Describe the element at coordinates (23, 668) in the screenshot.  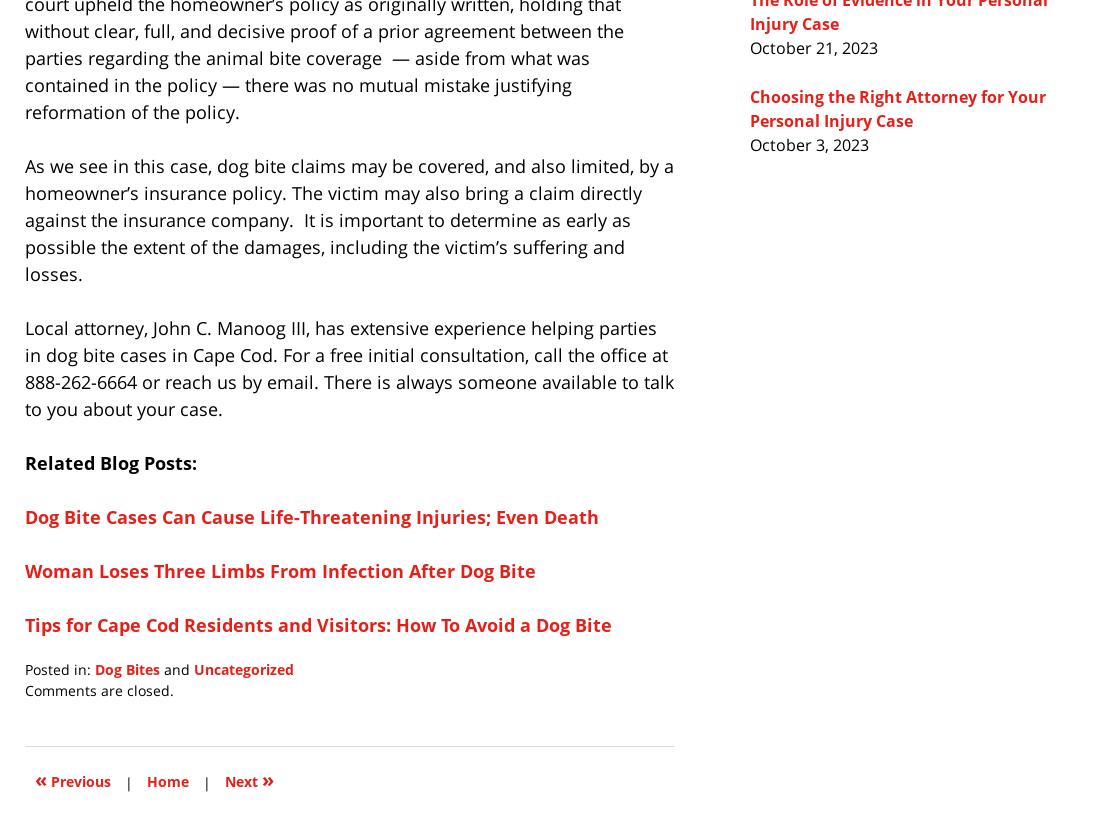
I see `'Posted in:'` at that location.